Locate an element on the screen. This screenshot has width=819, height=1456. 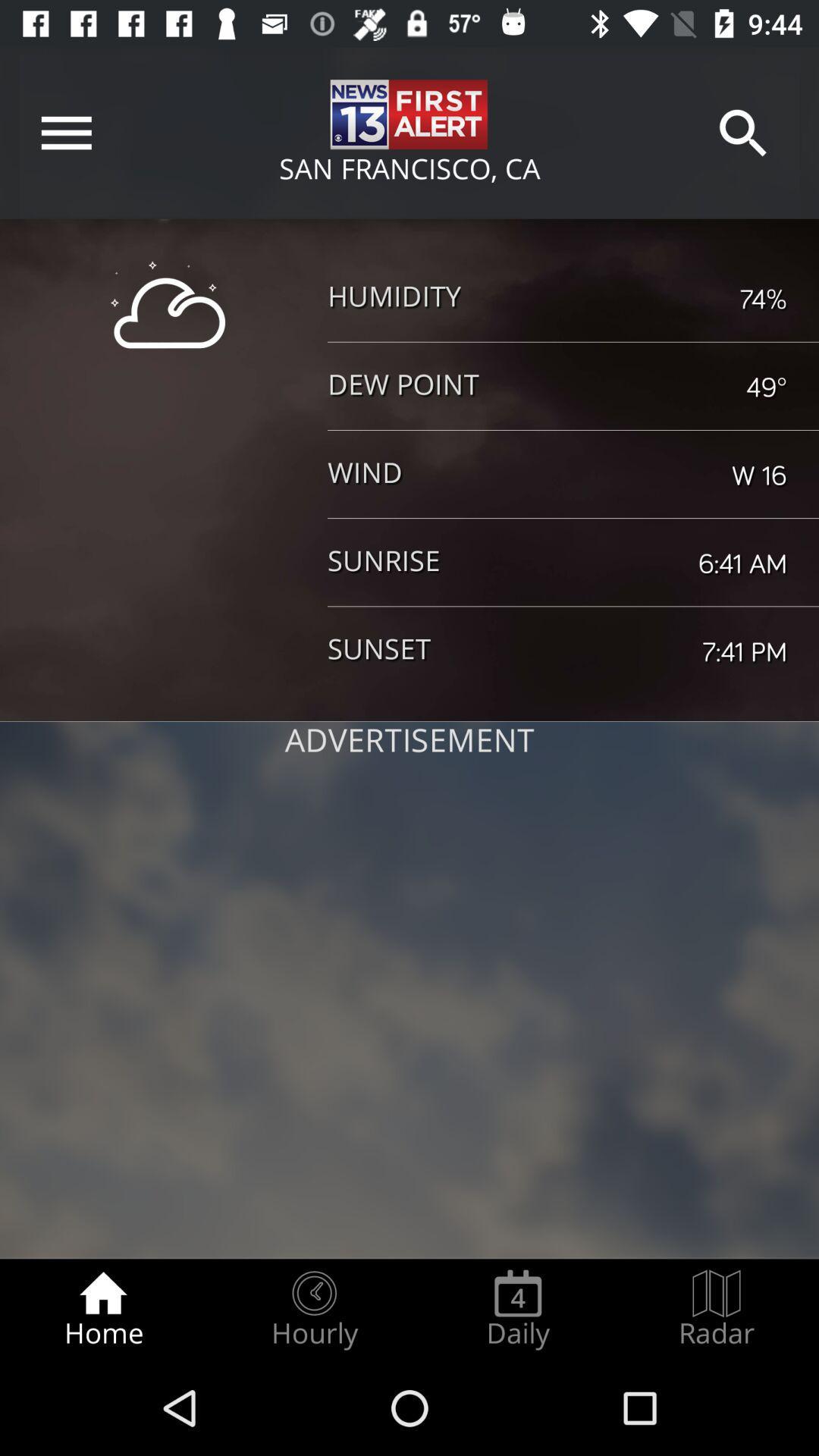
the icon next to radar radio button is located at coordinates (517, 1309).